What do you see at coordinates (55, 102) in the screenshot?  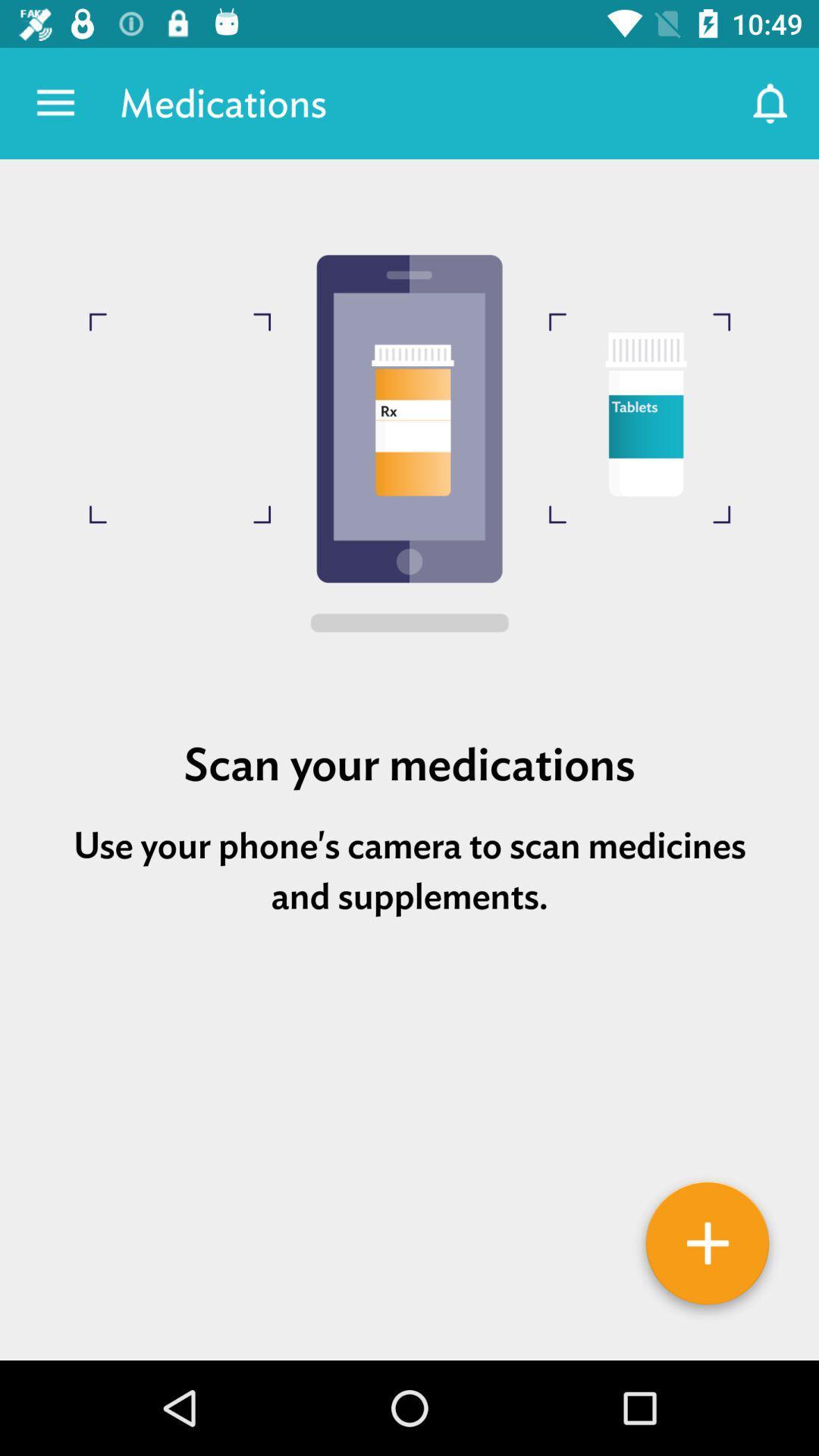 I see `the app next to the medications item` at bounding box center [55, 102].